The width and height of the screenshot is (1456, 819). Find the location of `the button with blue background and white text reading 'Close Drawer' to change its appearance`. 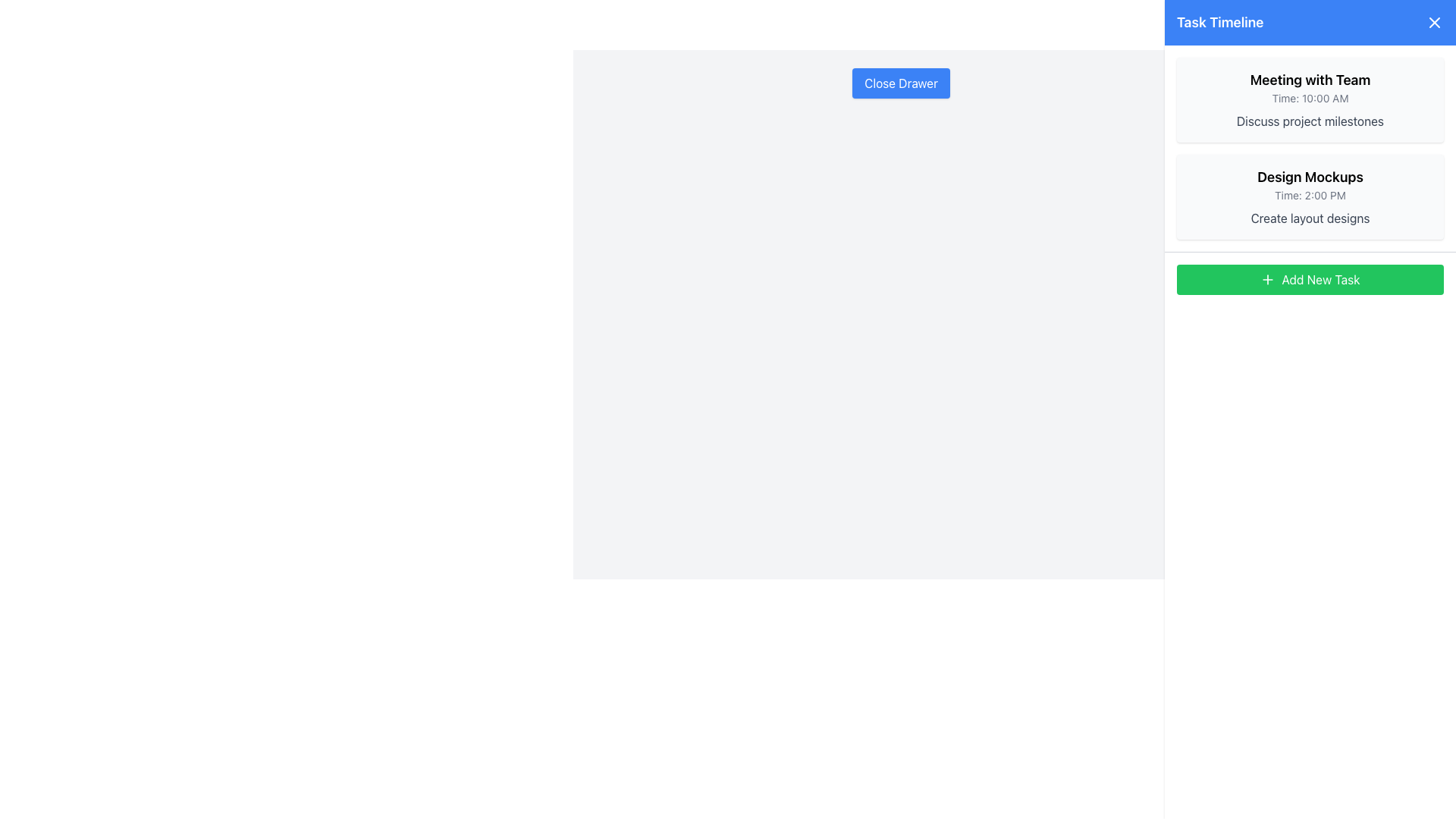

the button with blue background and white text reading 'Close Drawer' to change its appearance is located at coordinates (901, 83).